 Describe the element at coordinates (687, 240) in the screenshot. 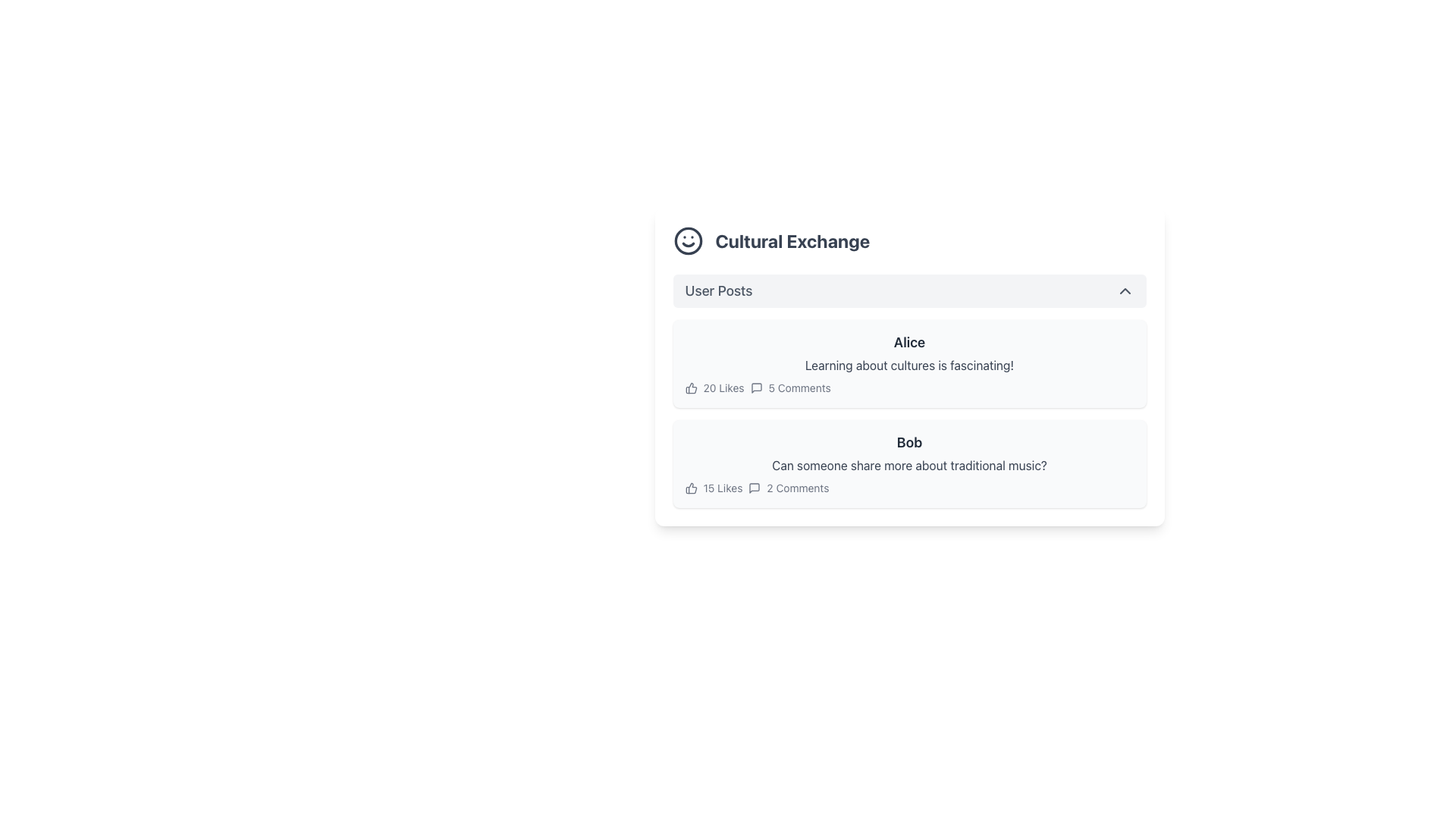

I see `SVG circle graphical element representing a smiley face icon located in the top-left corner of the 'Cultural Exchange' header section by opening developer tools` at that location.